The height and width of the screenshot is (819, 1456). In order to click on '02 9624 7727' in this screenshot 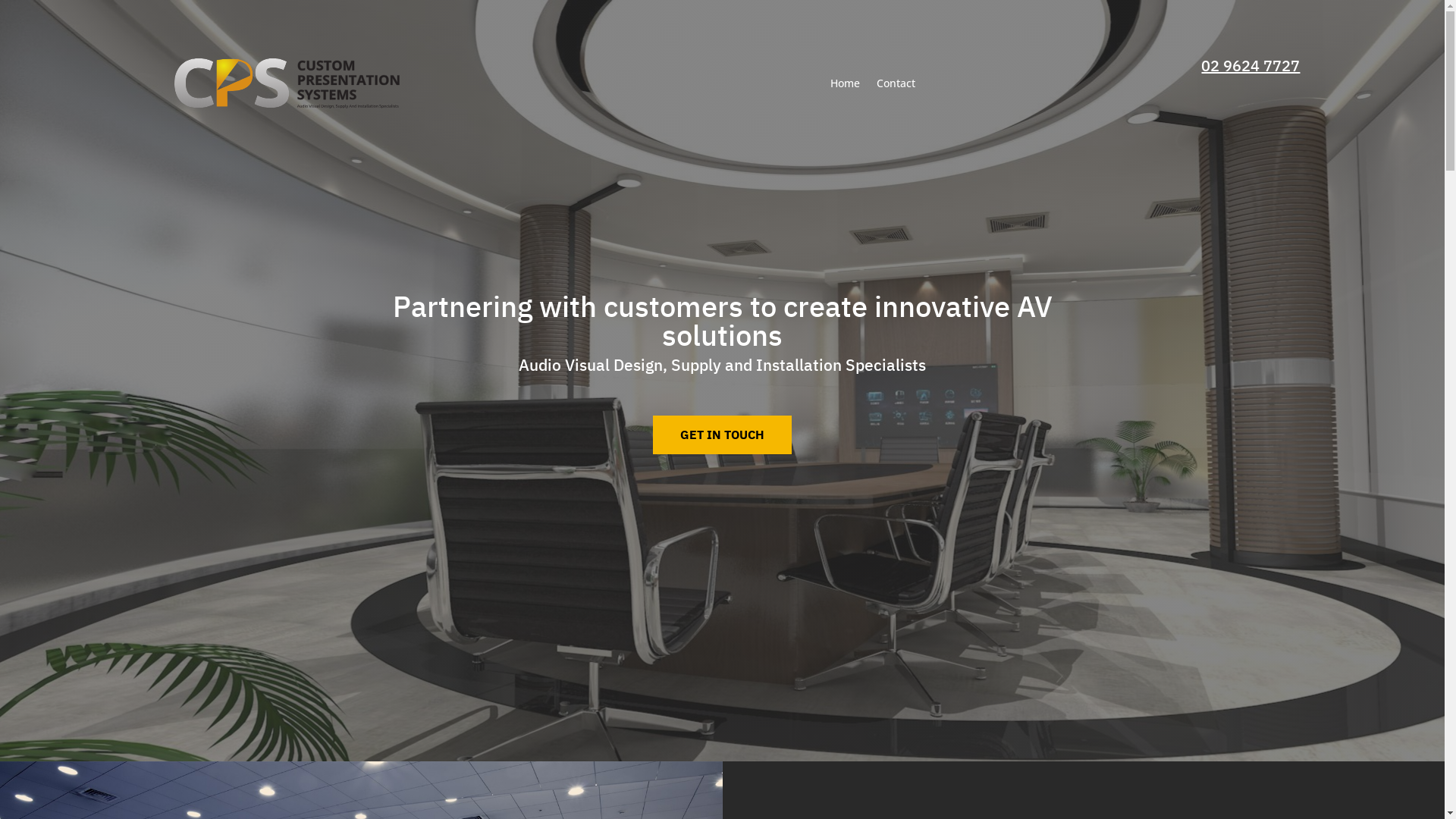, I will do `click(1250, 64)`.